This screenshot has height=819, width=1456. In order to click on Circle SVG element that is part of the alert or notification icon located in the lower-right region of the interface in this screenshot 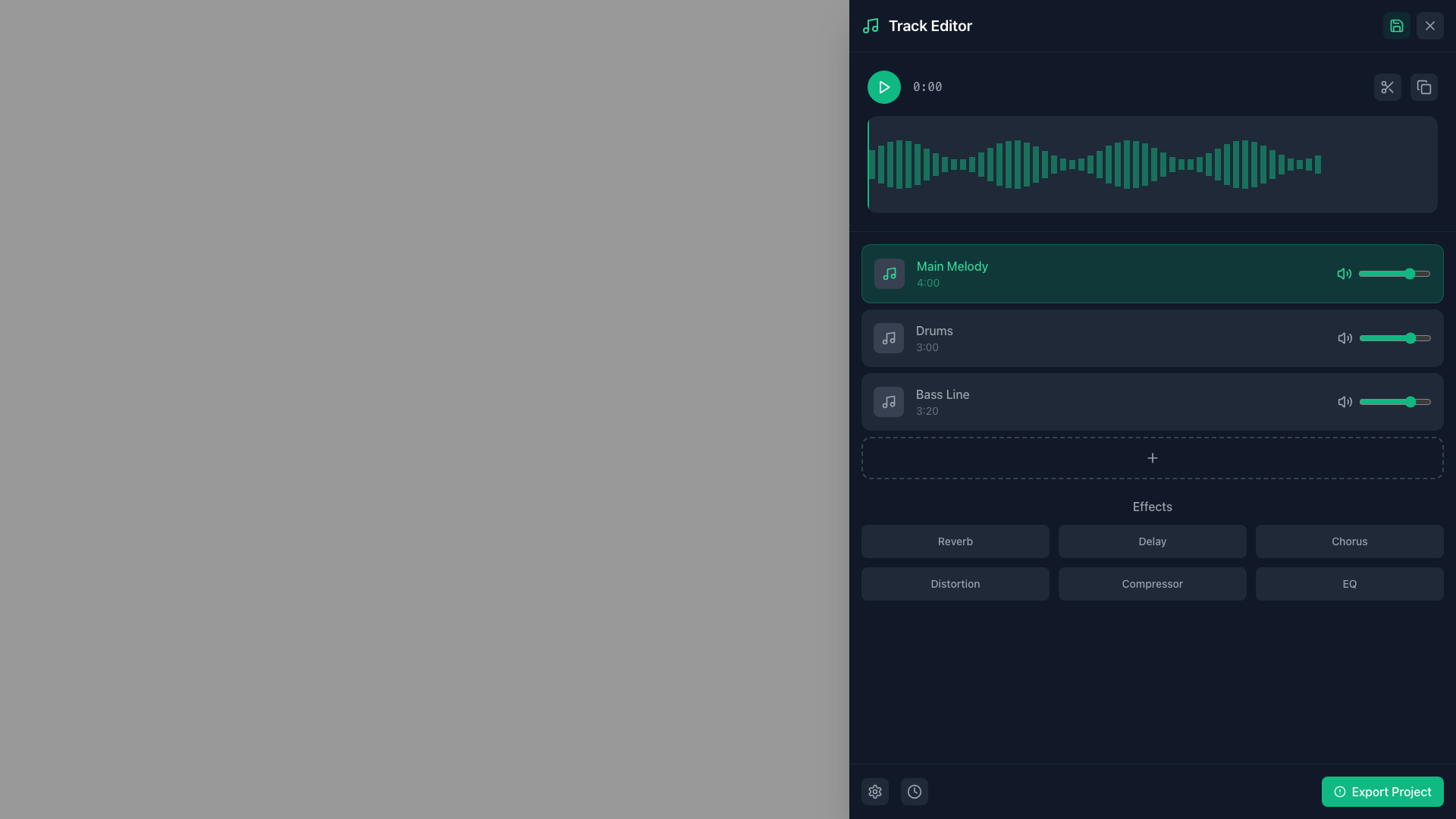, I will do `click(1339, 791)`.